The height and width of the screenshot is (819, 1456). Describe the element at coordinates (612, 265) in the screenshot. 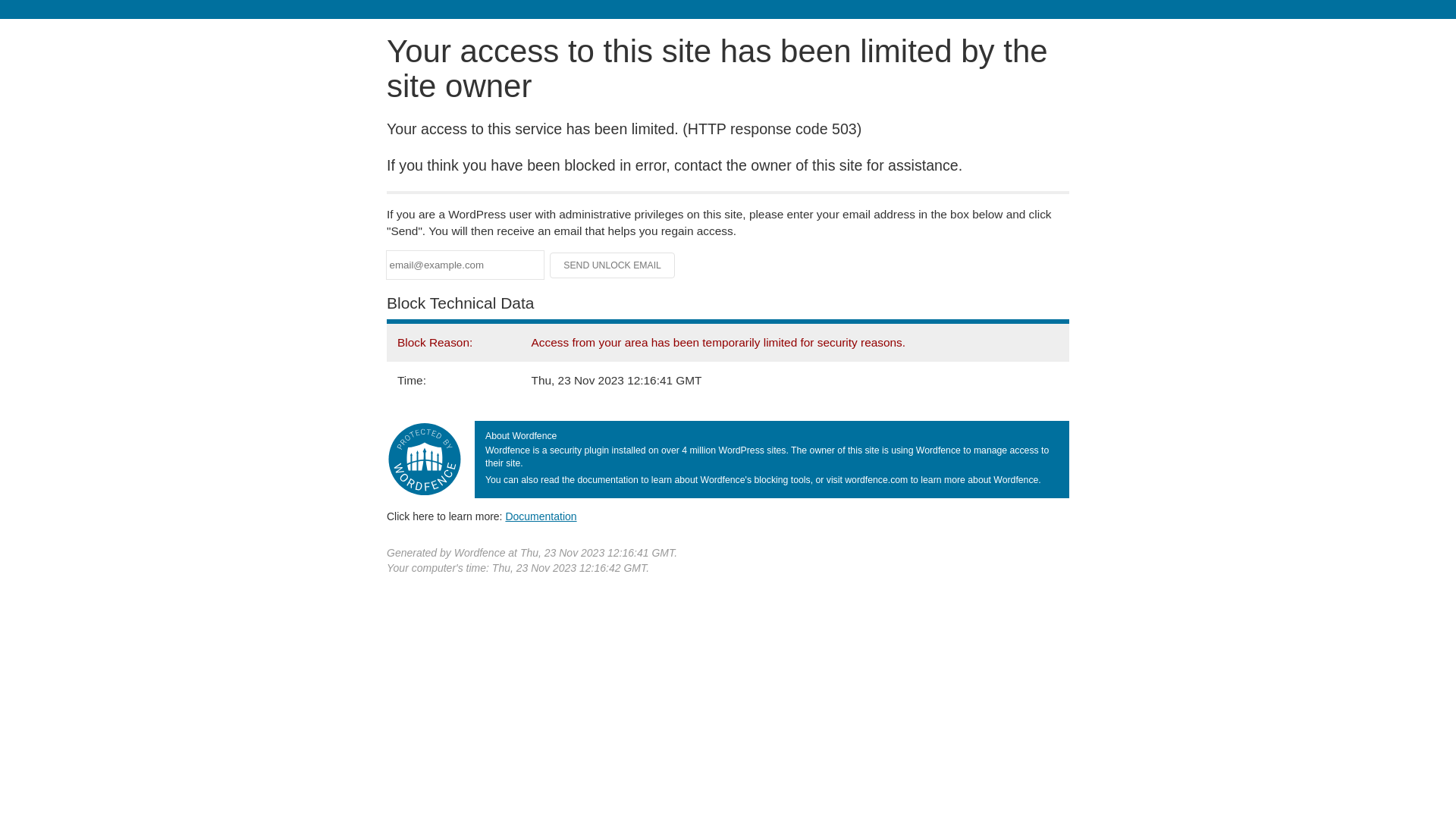

I see `'Send Unlock Email'` at that location.